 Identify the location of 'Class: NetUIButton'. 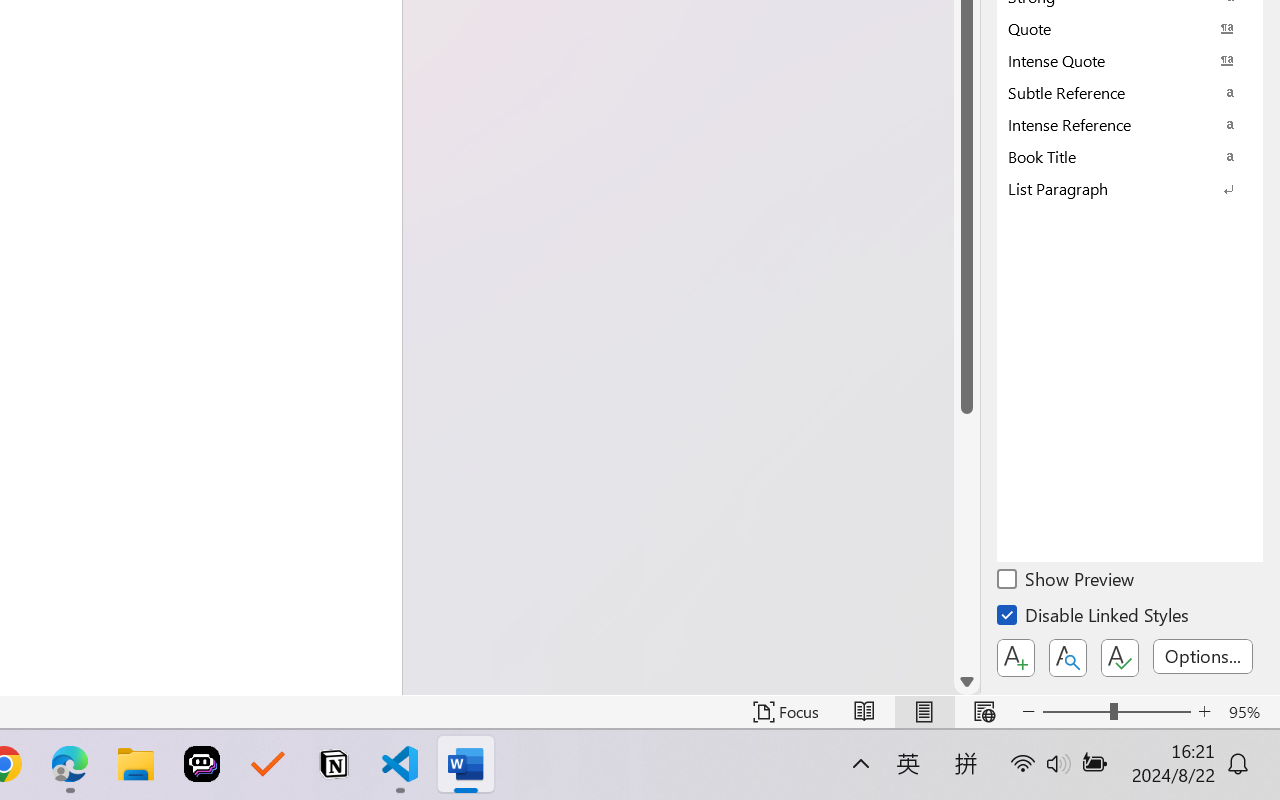
(1120, 657).